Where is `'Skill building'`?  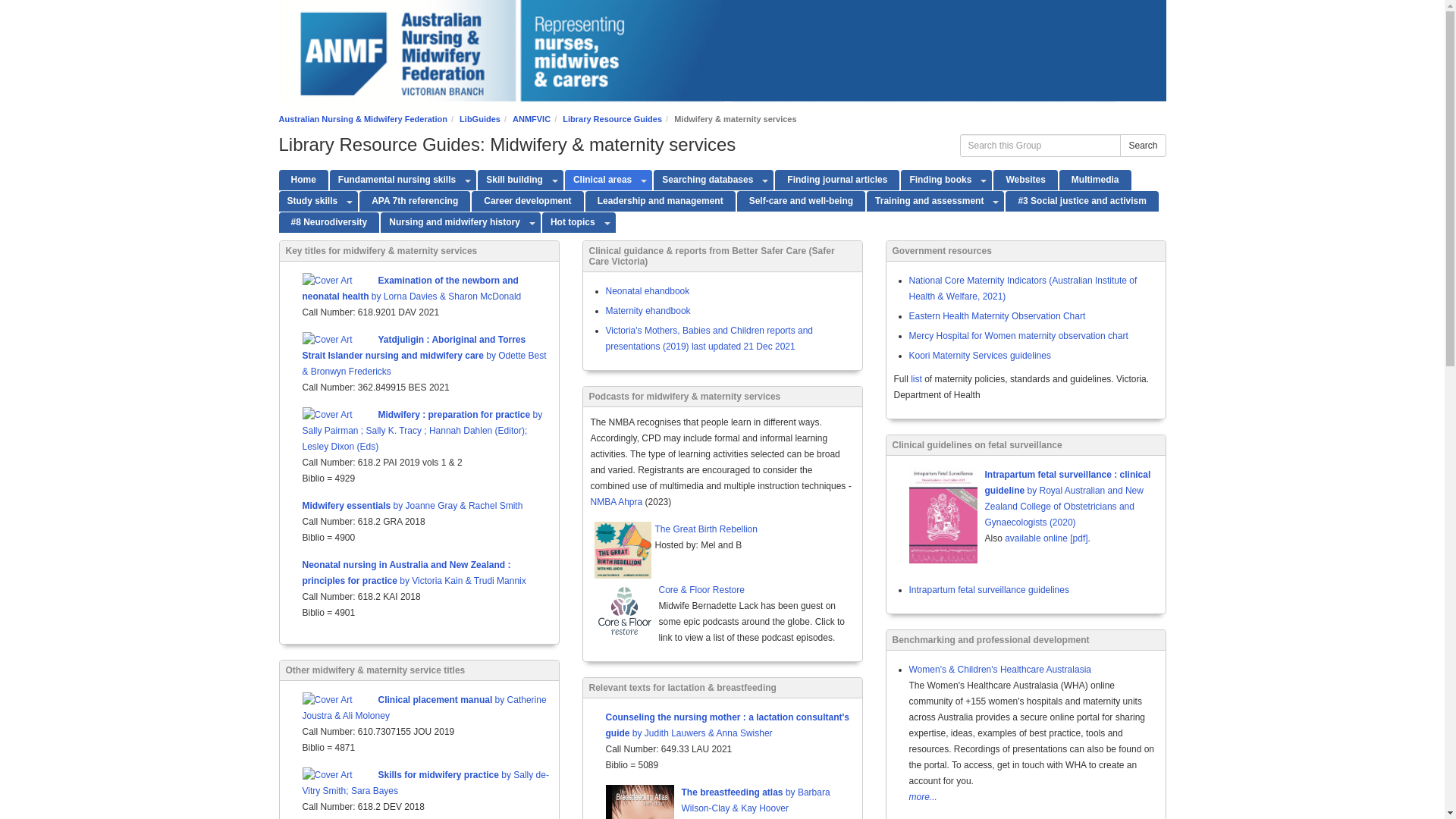 'Skill building' is located at coordinates (513, 179).